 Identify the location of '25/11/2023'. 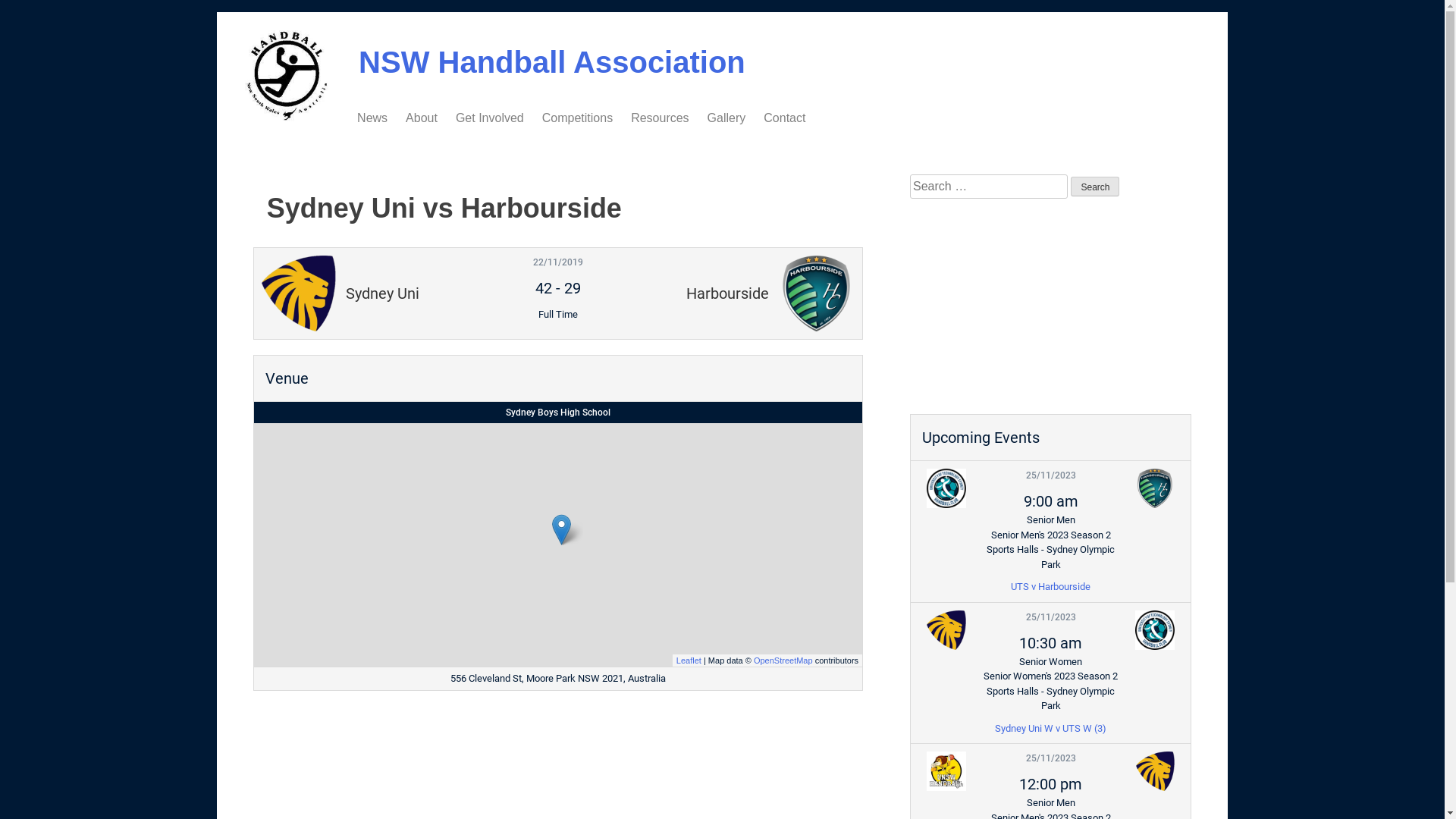
(1026, 617).